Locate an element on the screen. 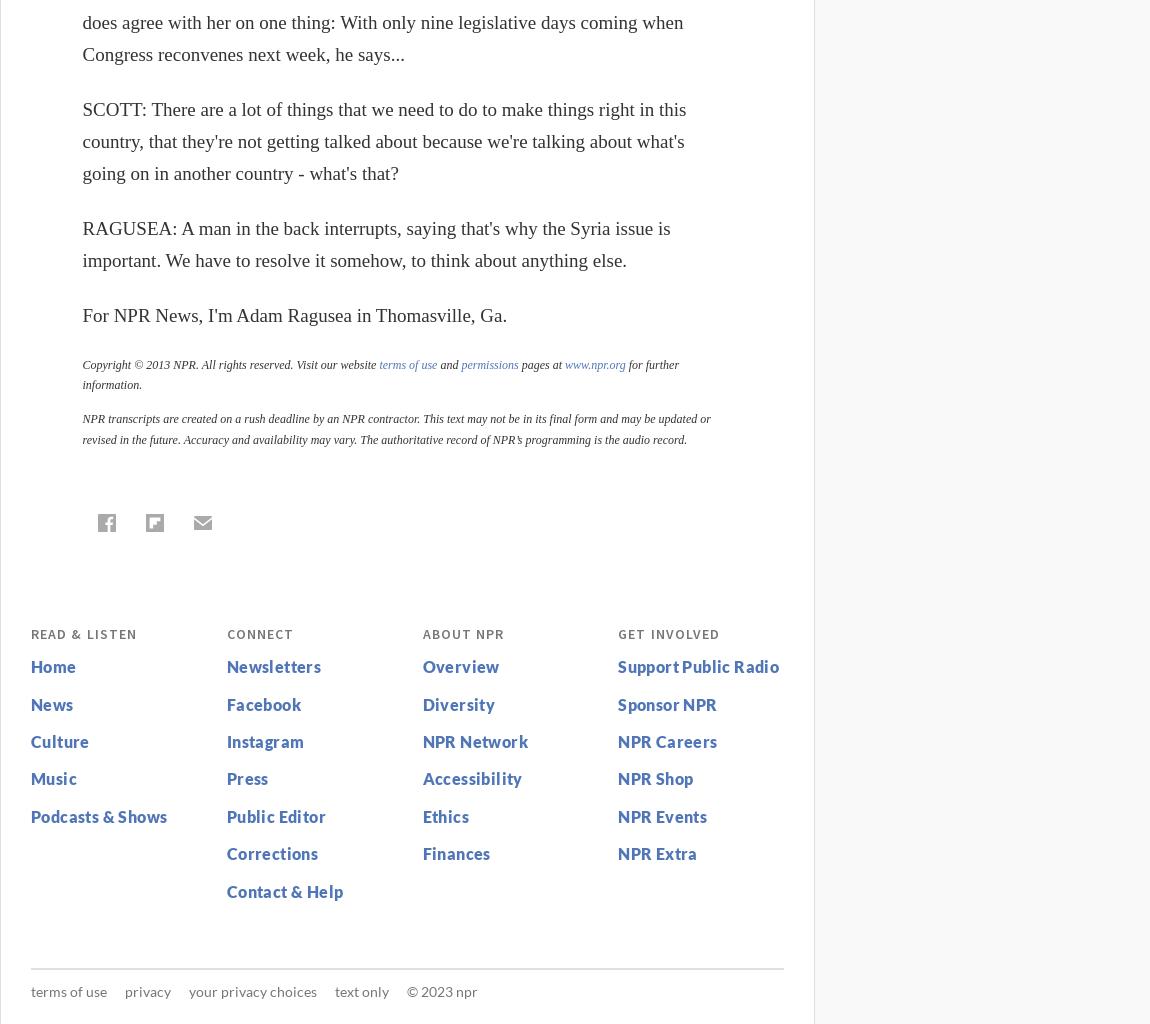  '© 2023 npr' is located at coordinates (442, 990).